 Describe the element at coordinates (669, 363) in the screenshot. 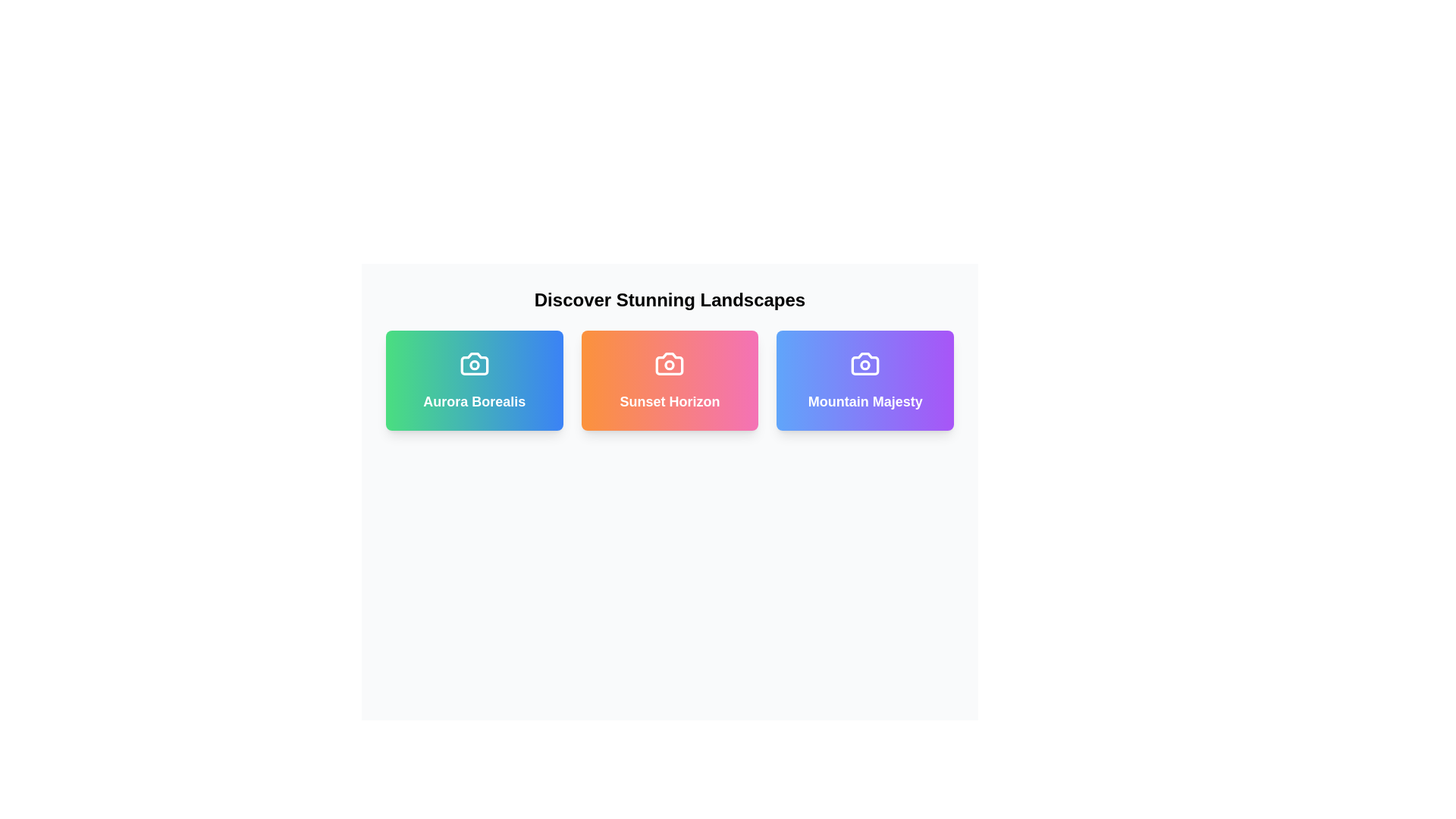

I see `the camera icon with a white outline and round lens, located in the middle card labeled 'Sunset Horizon', which has an orange-to-pink gradient background` at that location.